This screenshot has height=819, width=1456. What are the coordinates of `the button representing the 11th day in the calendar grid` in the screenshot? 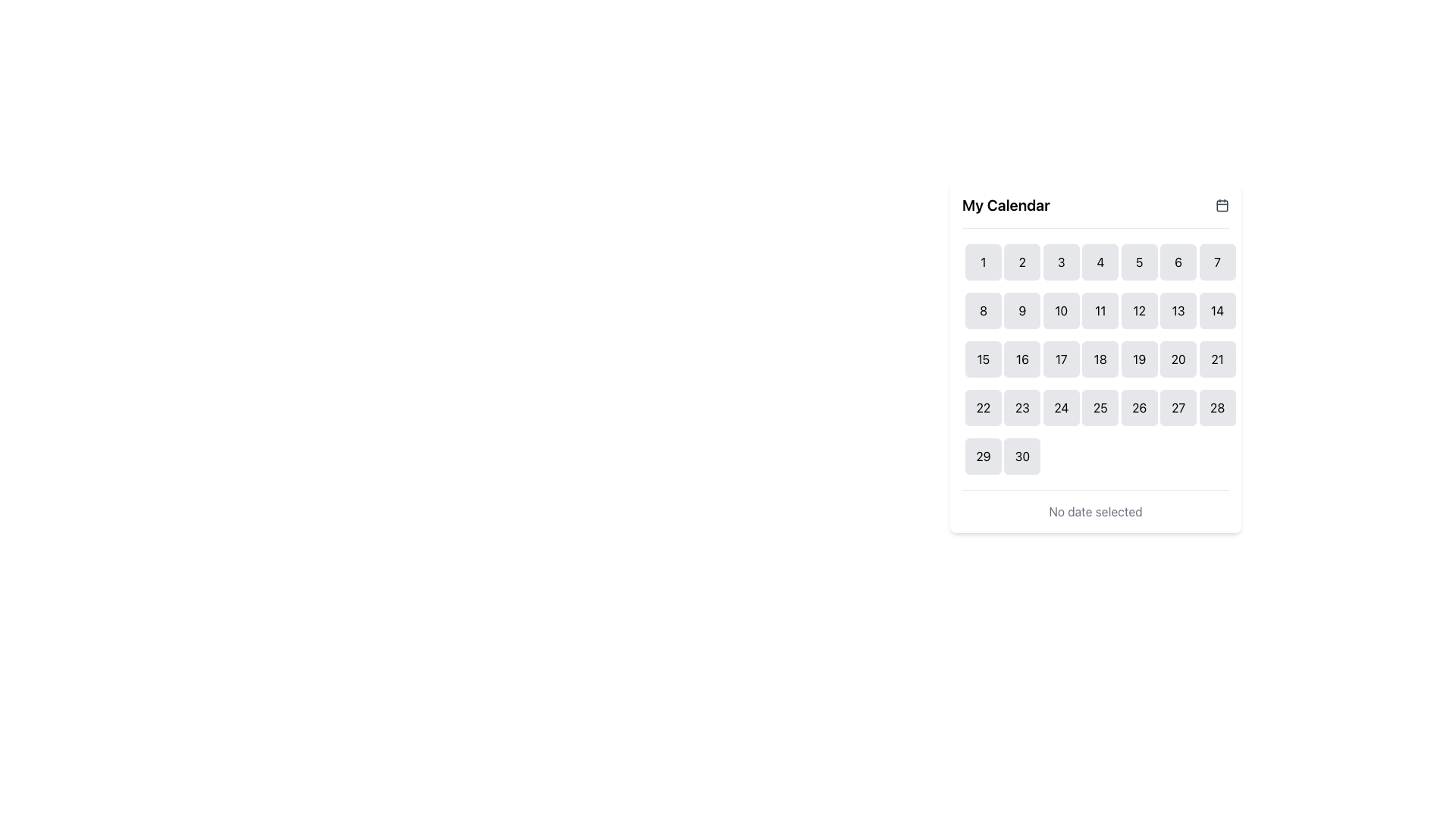 It's located at (1100, 309).